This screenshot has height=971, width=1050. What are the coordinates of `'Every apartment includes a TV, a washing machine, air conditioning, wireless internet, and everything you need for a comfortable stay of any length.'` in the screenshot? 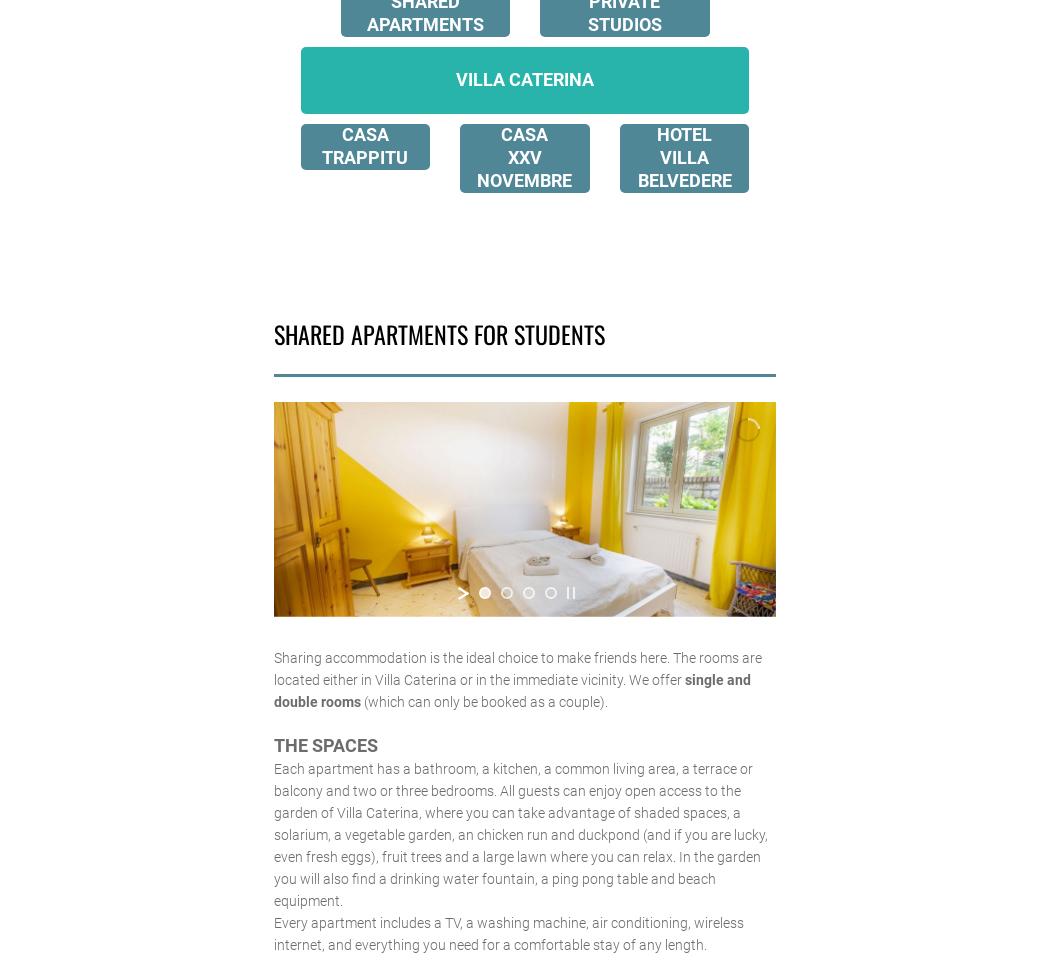 It's located at (506, 932).